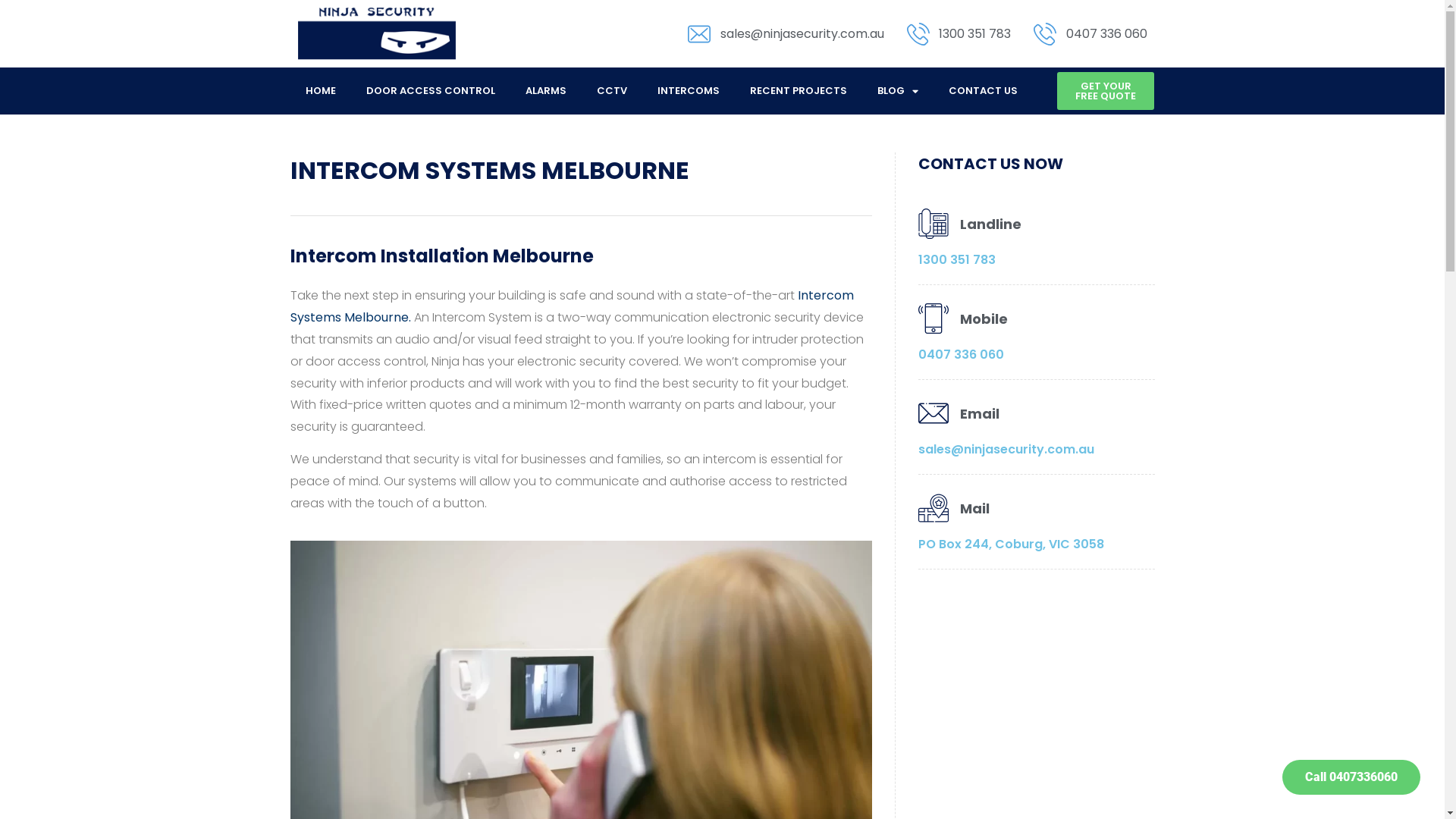 This screenshot has height=819, width=1456. I want to click on 'sales@ninjasecurity.com.au', so click(916, 448).